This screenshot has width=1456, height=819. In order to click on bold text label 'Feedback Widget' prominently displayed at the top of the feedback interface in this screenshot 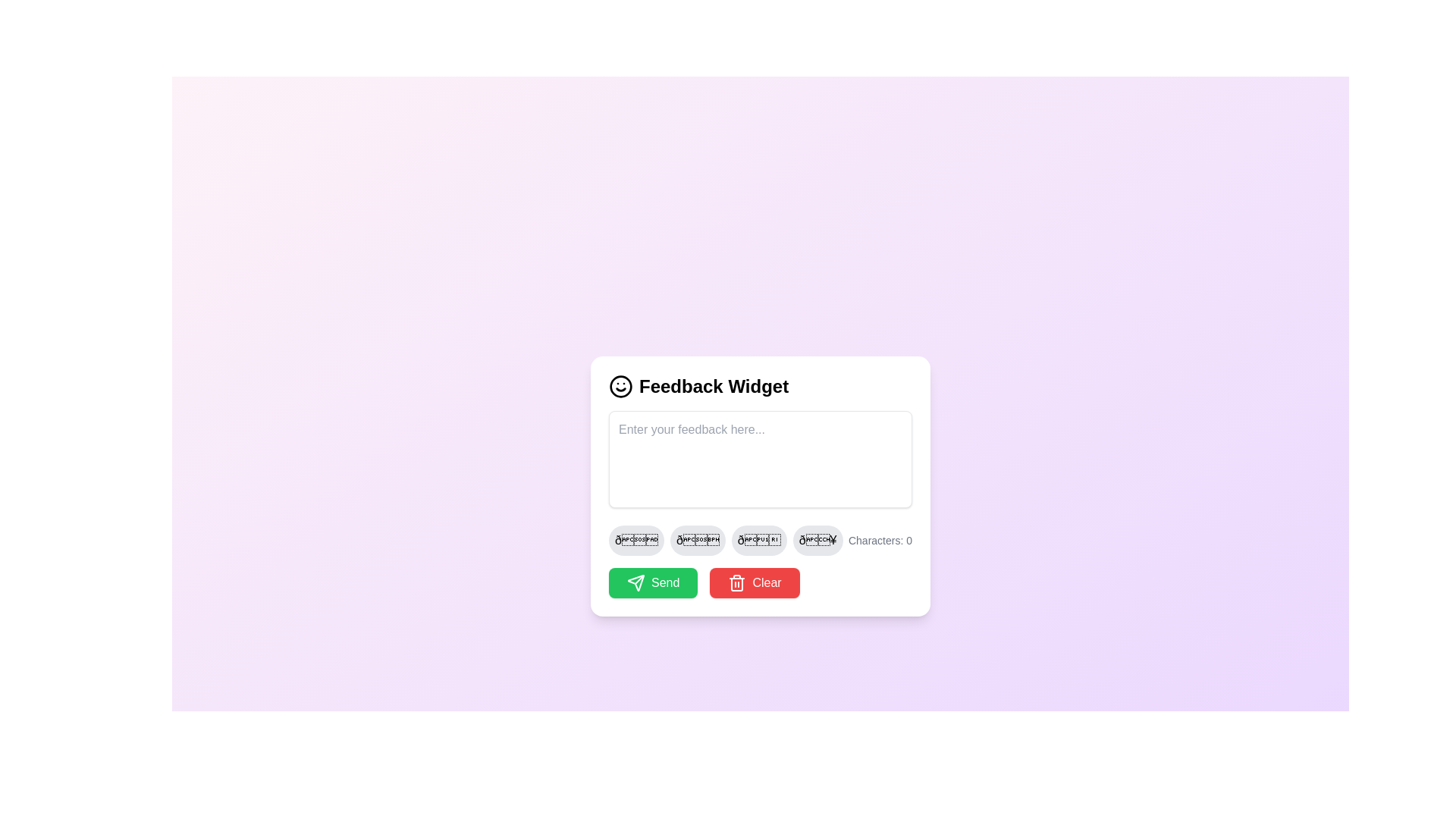, I will do `click(713, 385)`.